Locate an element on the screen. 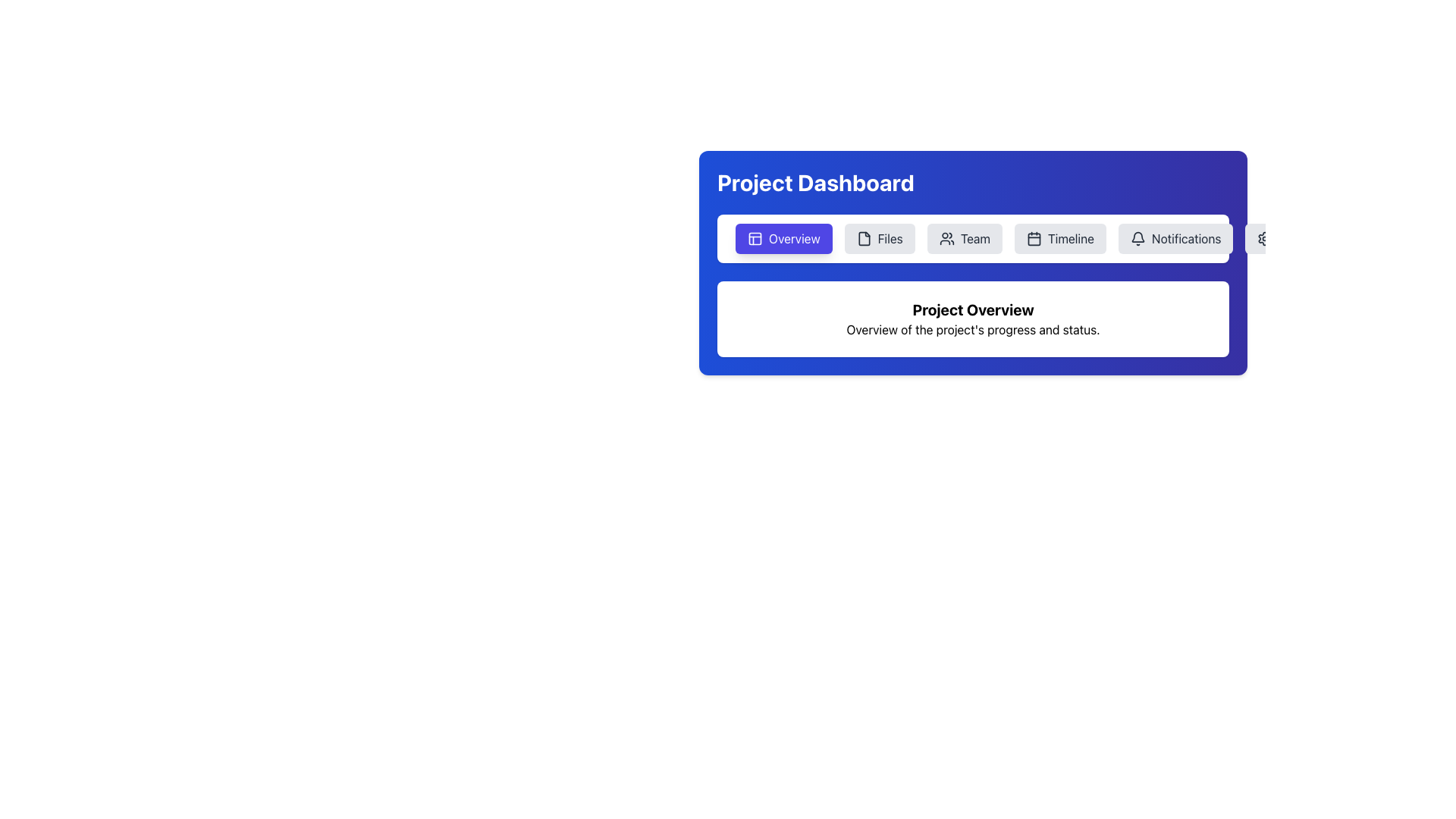 This screenshot has width=1456, height=819. the 'Timeline' button located in the navigation bar of the 'Project Dashboard' is located at coordinates (1070, 239).